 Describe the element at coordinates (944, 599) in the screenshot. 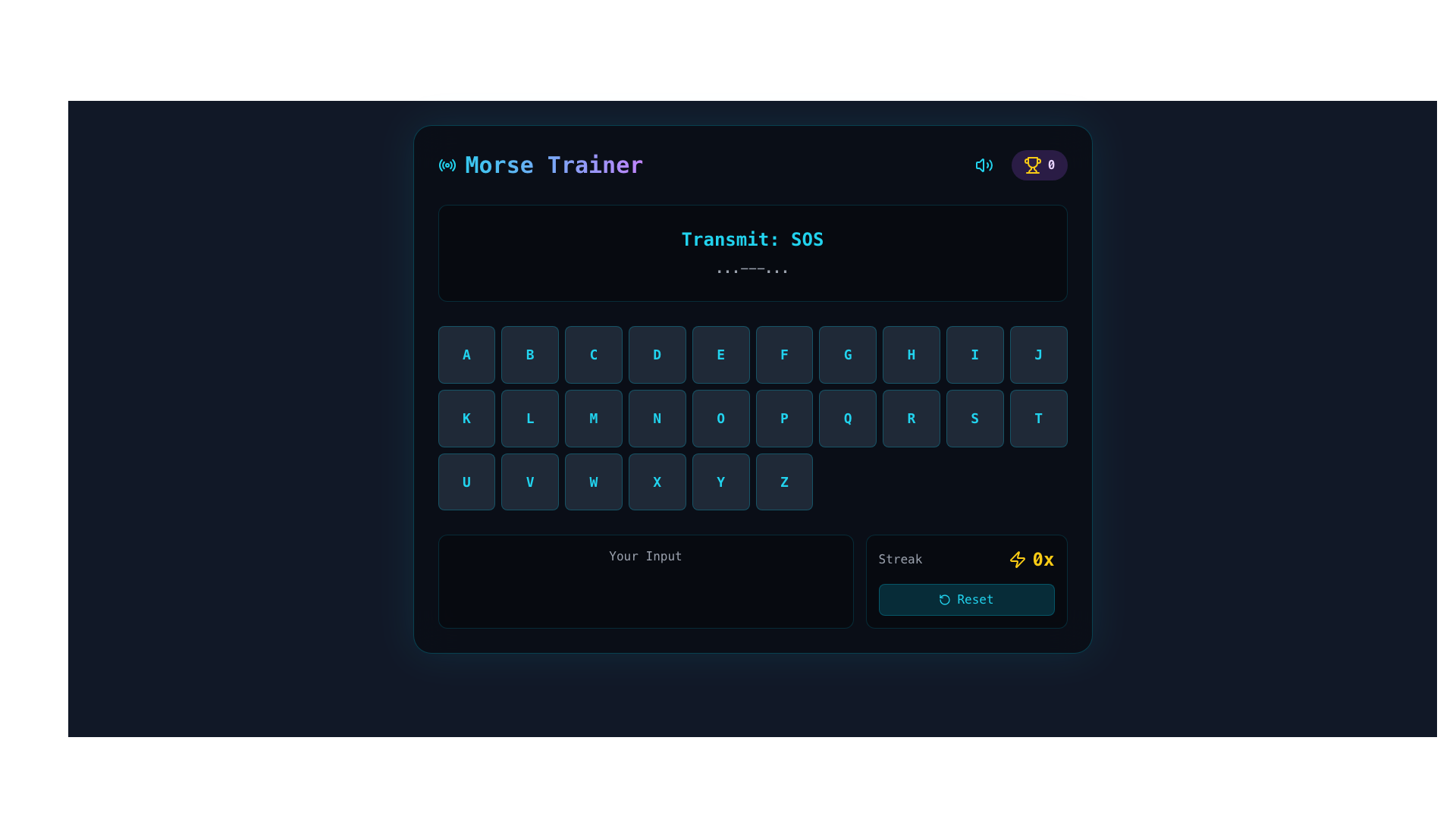

I see `the 'Reset' button that contains the icon indicating reset functionality, located at the bottom right corner of the interface` at that location.